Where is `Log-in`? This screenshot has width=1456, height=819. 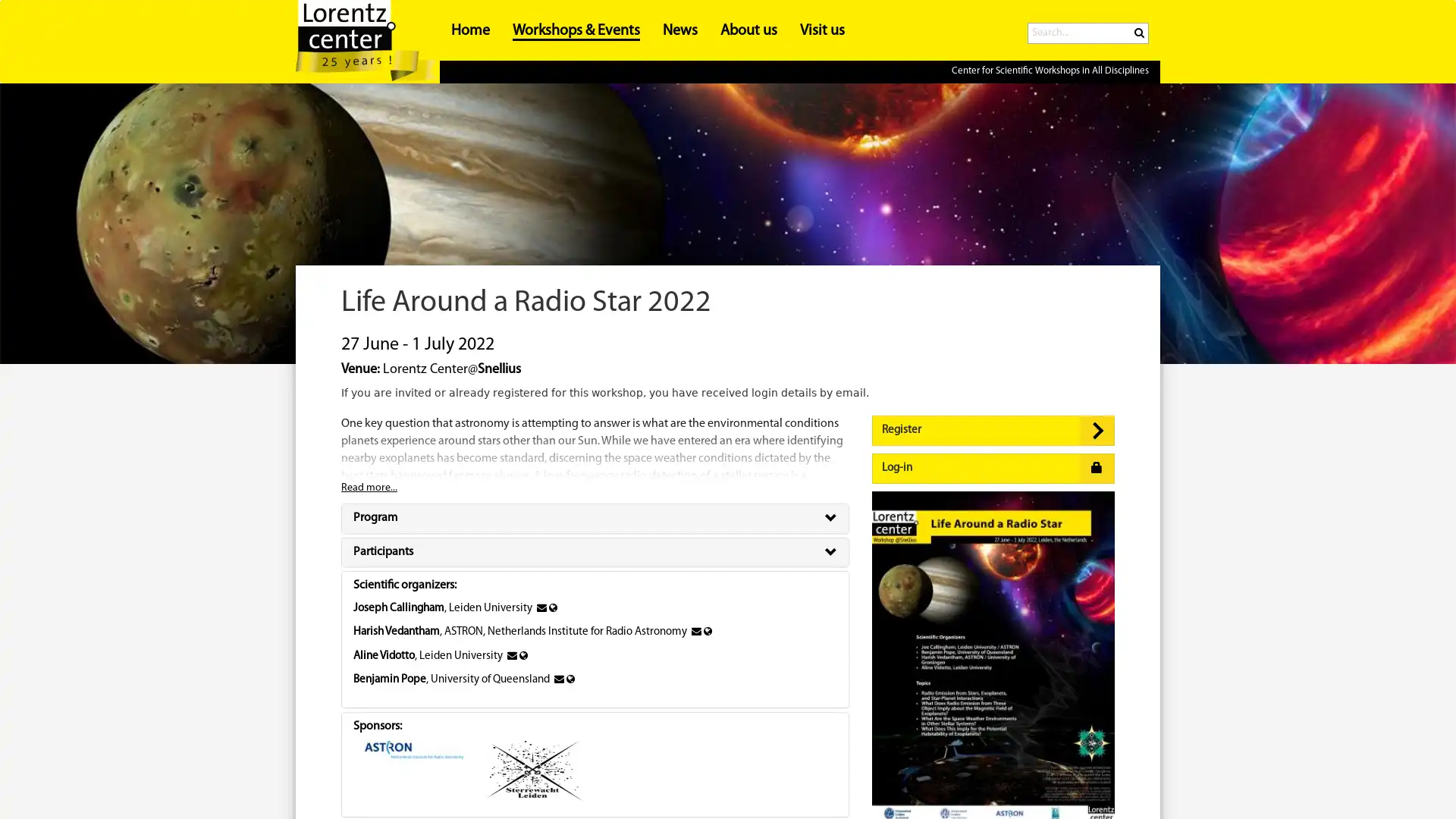 Log-in is located at coordinates (993, 467).